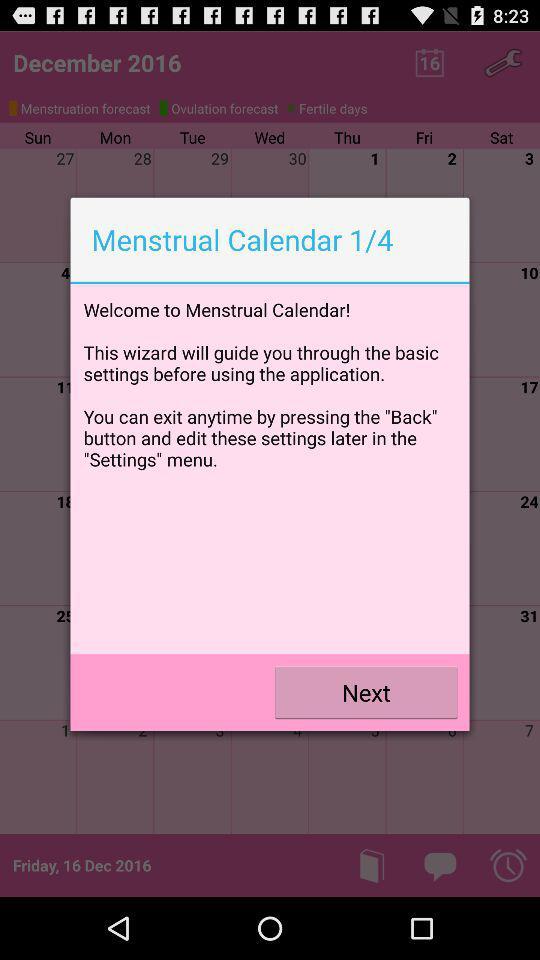 Image resolution: width=540 pixels, height=960 pixels. What do you see at coordinates (365, 692) in the screenshot?
I see `icon at the bottom right corner` at bounding box center [365, 692].